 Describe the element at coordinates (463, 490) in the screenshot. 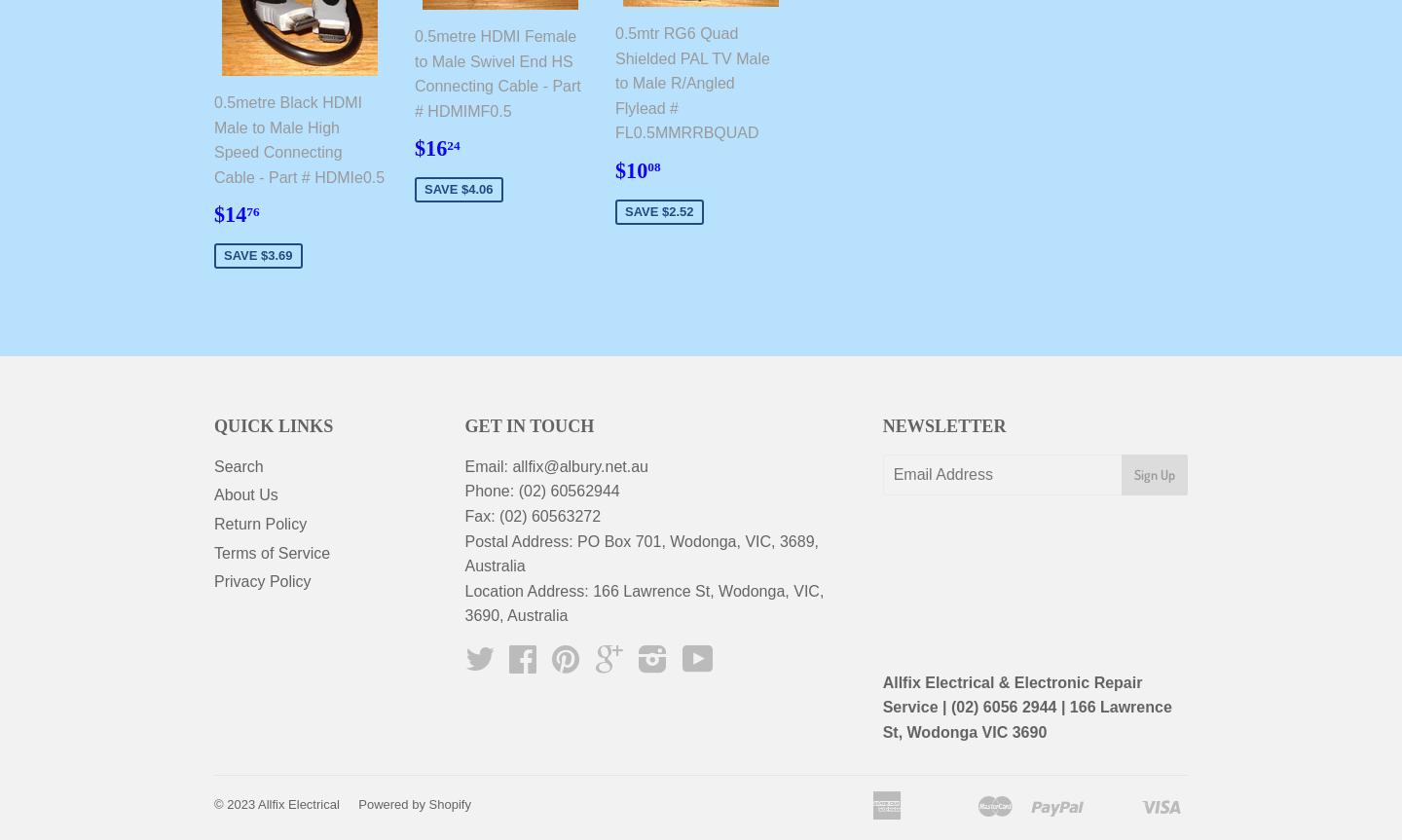

I see `'Phone: (02) 60562944'` at that location.